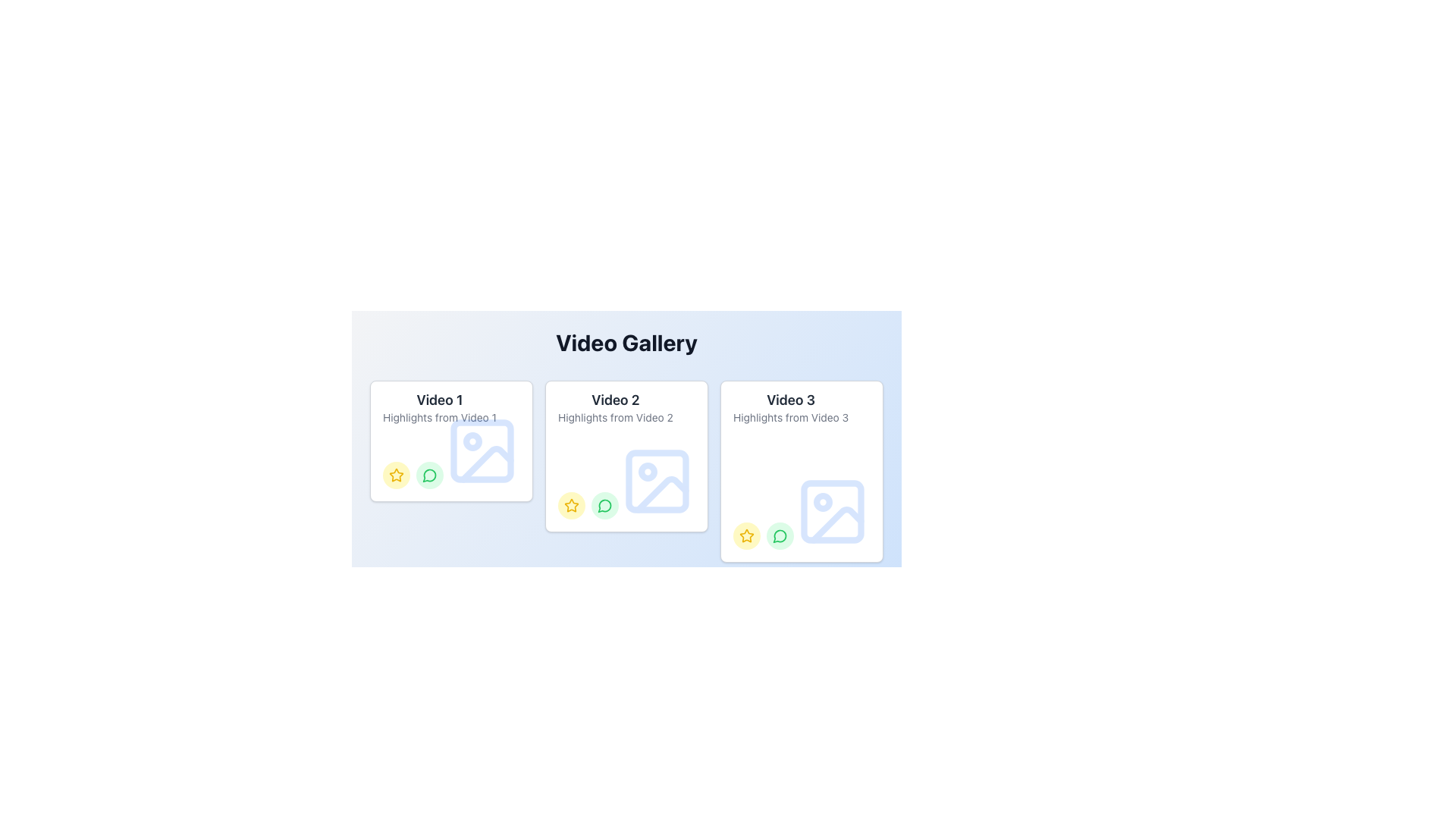 This screenshot has height=819, width=1456. What do you see at coordinates (604, 699) in the screenshot?
I see `the second interactive button located in the bottom-right corner of the third card to initiate or view comments associated with the item` at bounding box center [604, 699].